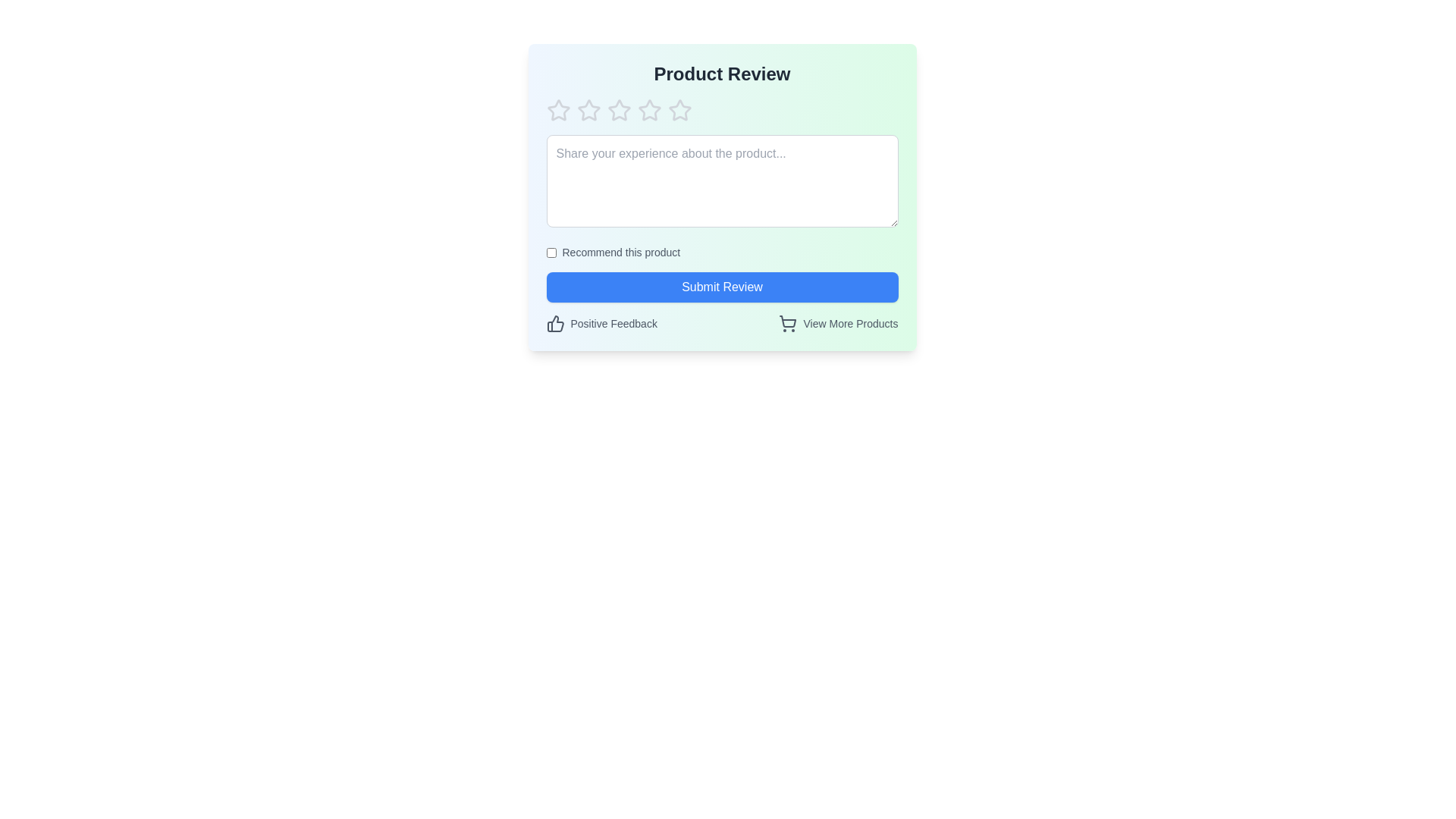 Image resolution: width=1456 pixels, height=819 pixels. What do you see at coordinates (721, 287) in the screenshot?
I see `the 'Submit Review' button to submit the review` at bounding box center [721, 287].